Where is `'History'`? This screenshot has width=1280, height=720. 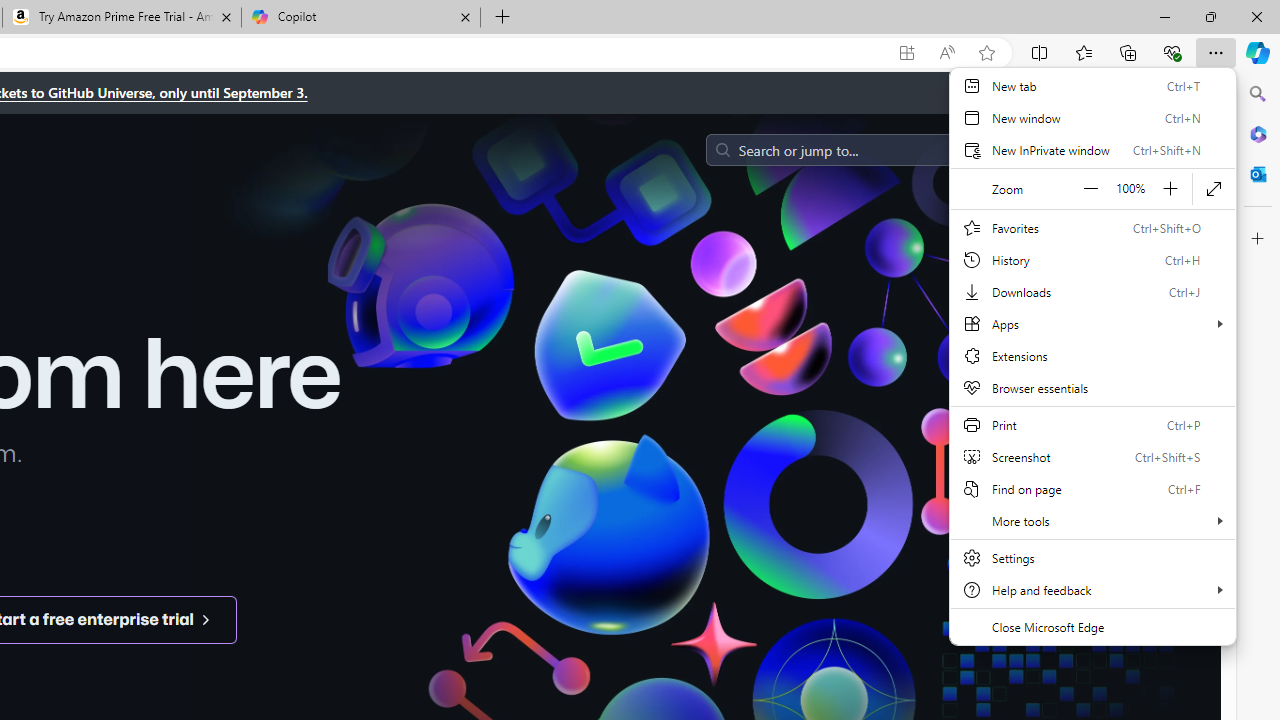
'History' is located at coordinates (1092, 258).